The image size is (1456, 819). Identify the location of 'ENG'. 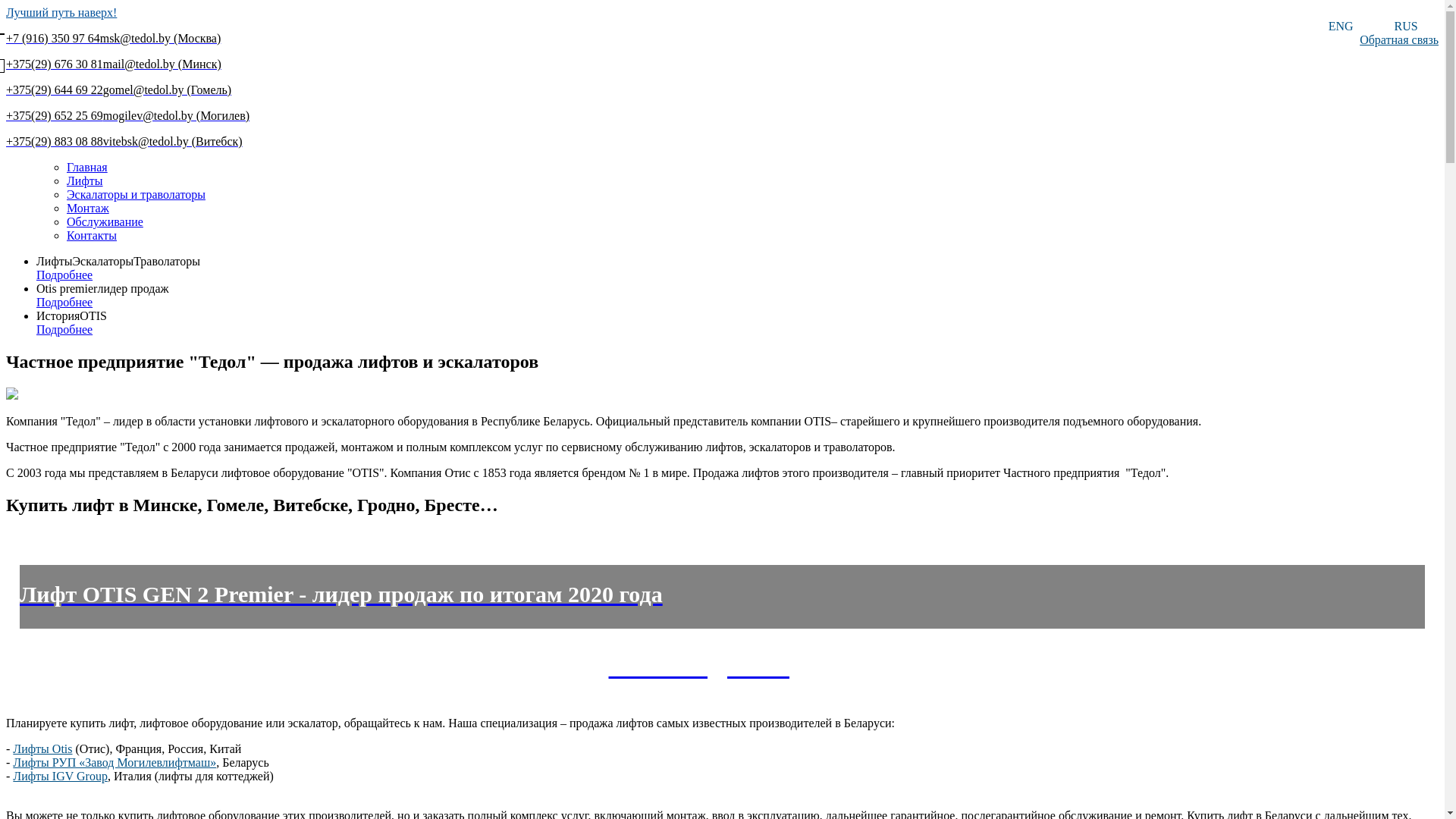
(1340, 26).